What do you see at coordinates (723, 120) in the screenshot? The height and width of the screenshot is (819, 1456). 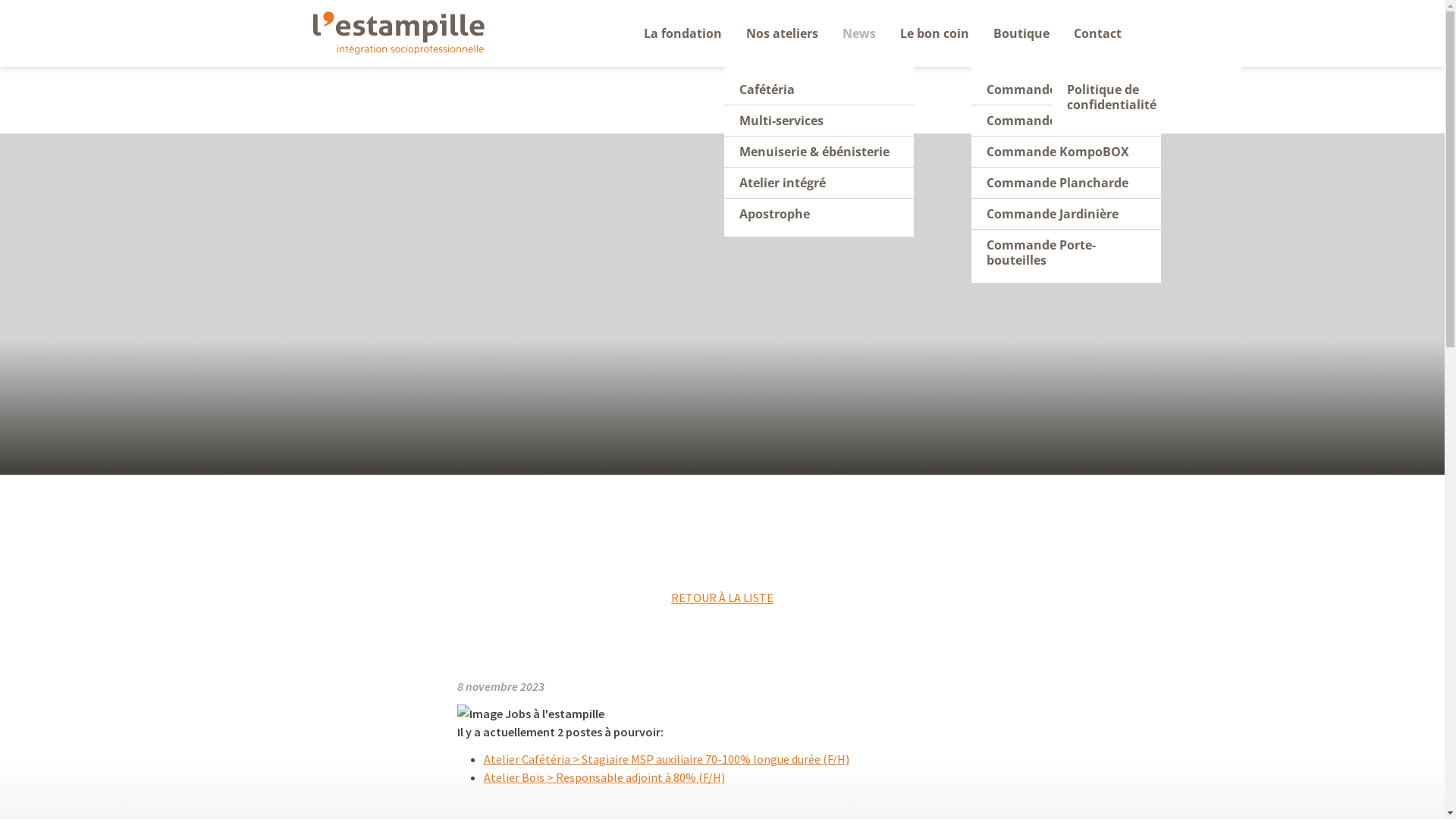 I see `'Multi-services'` at bounding box center [723, 120].